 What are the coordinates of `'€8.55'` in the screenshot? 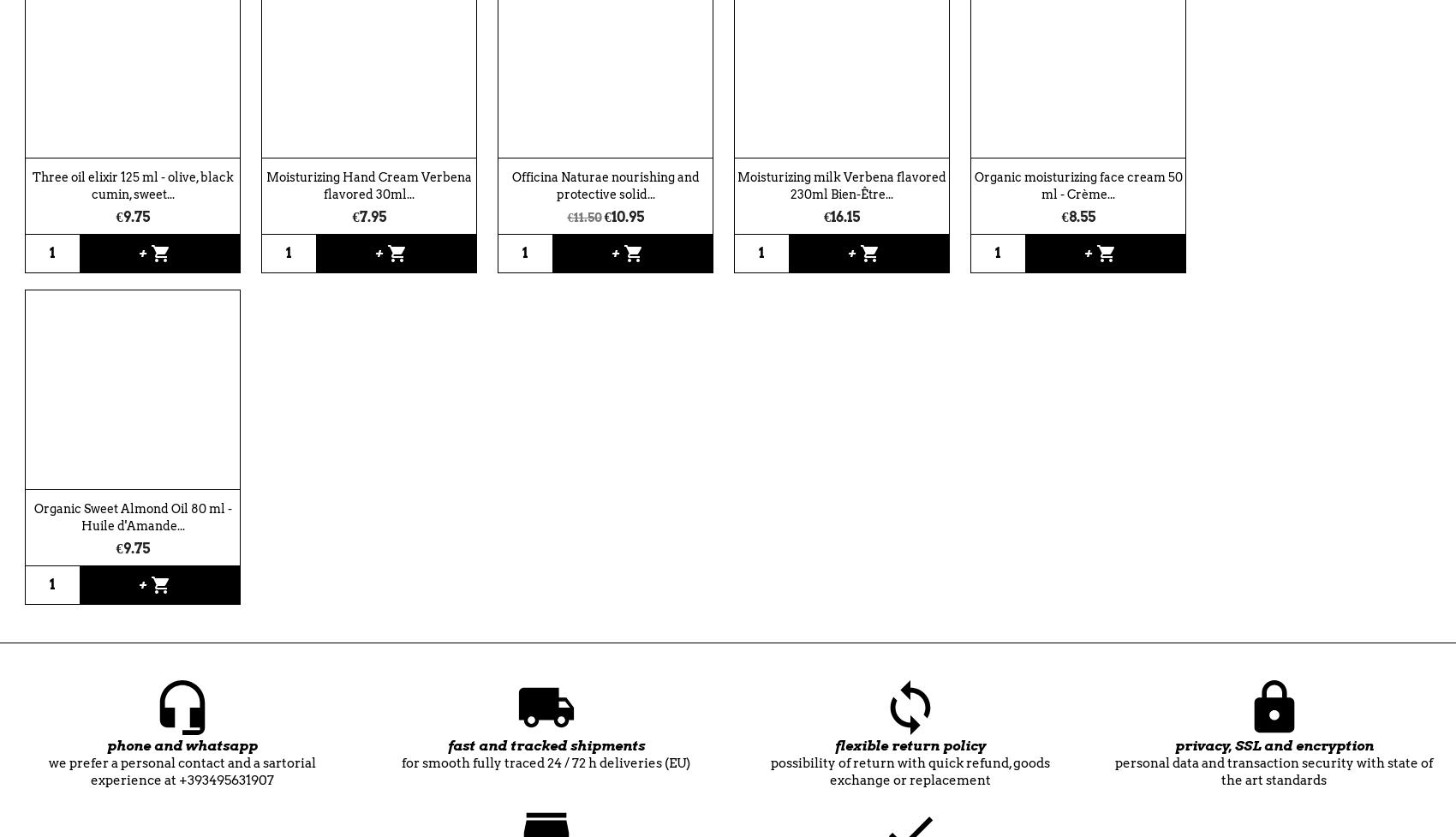 It's located at (1077, 215).